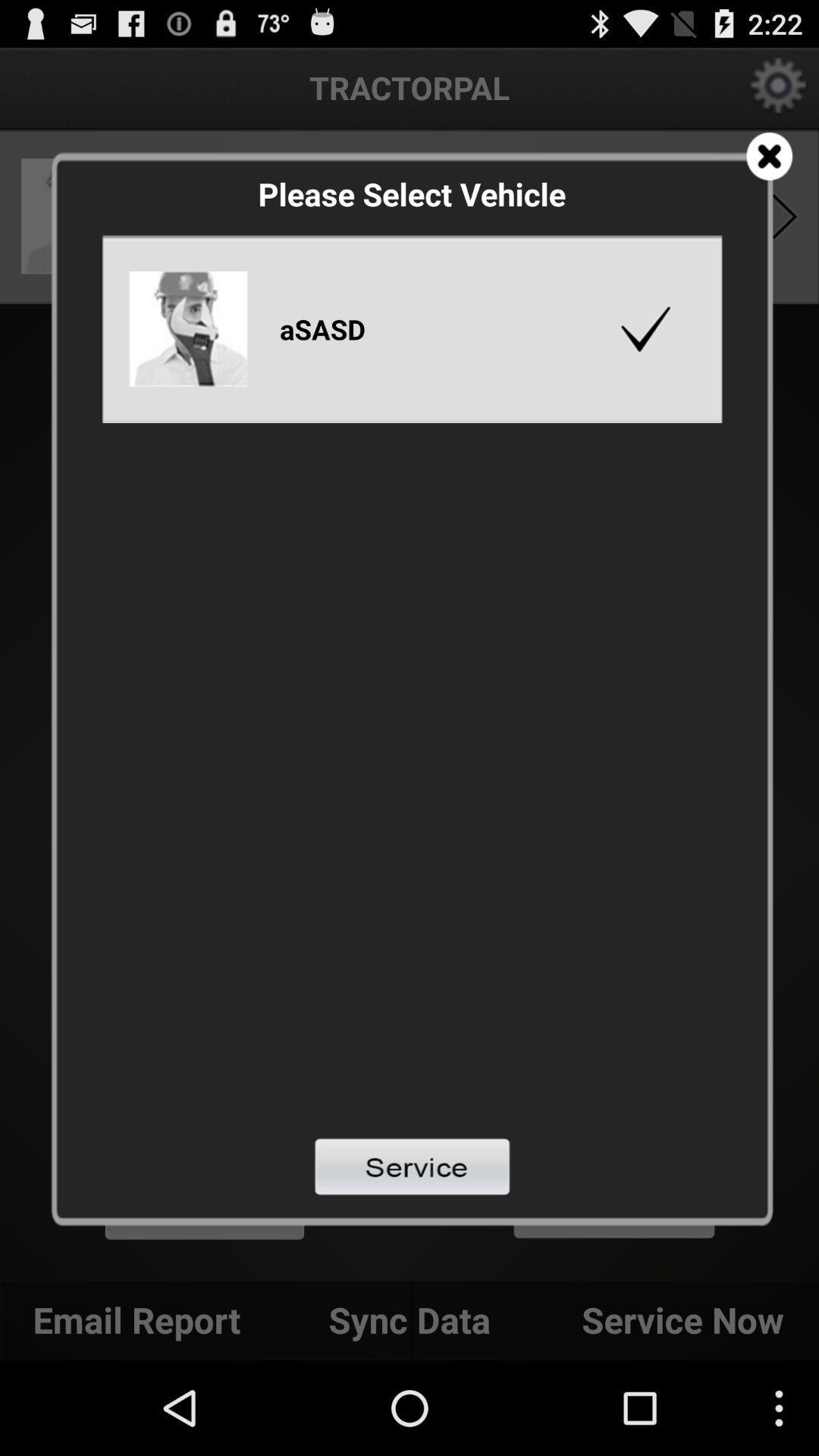  What do you see at coordinates (769, 156) in the screenshot?
I see `screen` at bounding box center [769, 156].